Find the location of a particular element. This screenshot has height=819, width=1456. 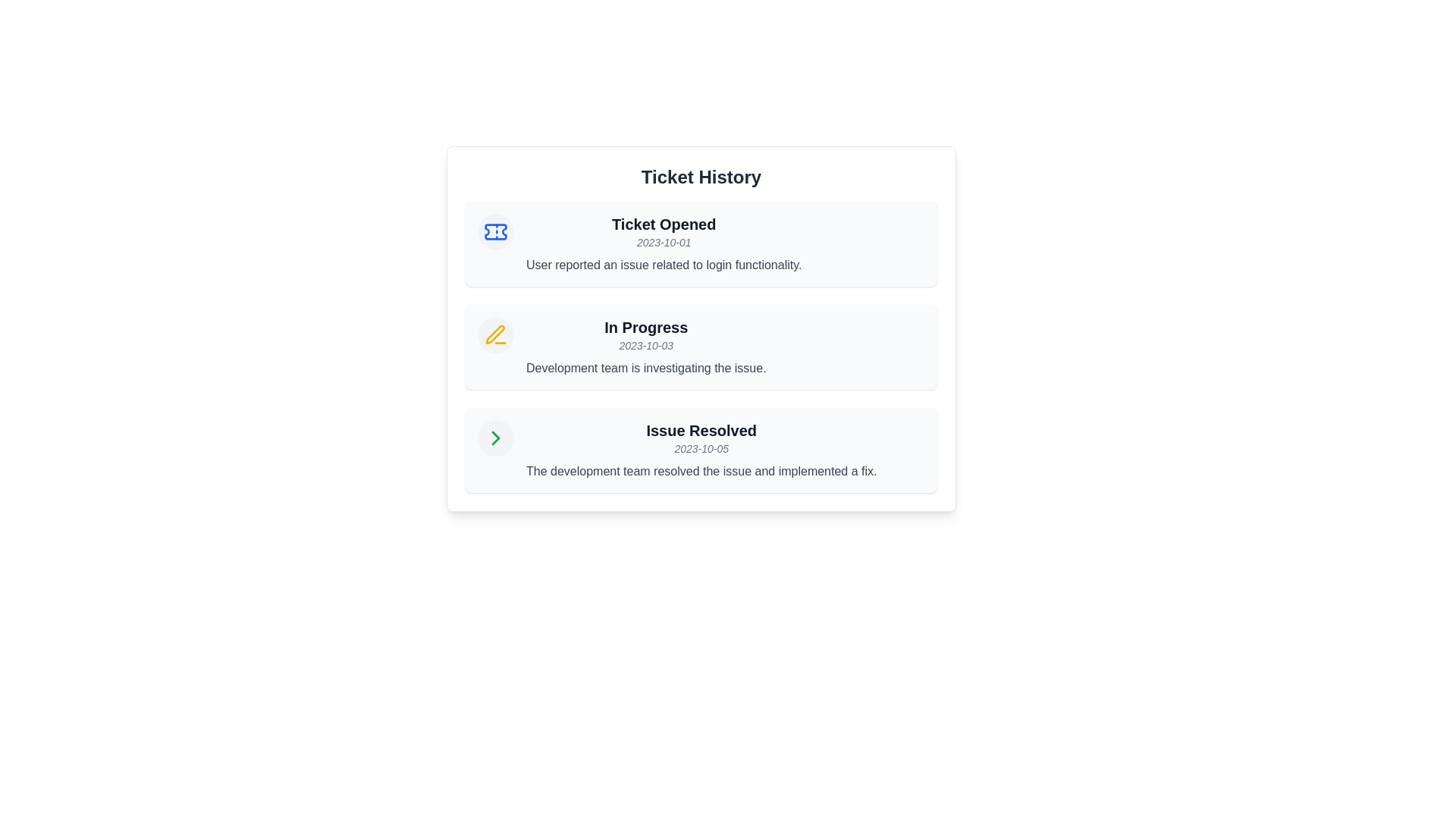

the Informational Card that provides details about an issue's resolution, which is the third item in a vertically stacked list of similar cards is located at coordinates (701, 450).